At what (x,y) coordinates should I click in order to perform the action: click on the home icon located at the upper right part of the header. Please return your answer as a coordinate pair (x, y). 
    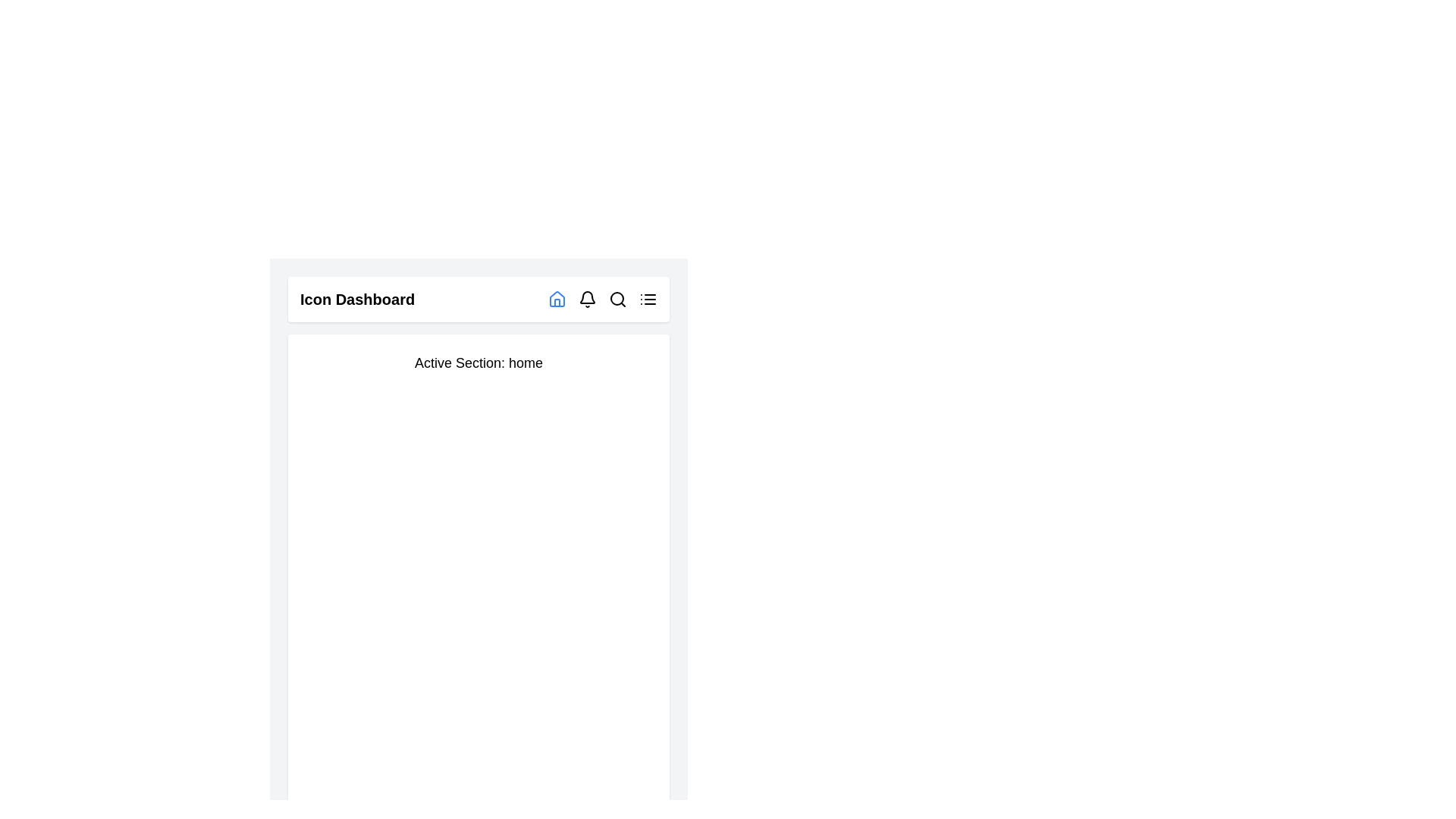
    Looking at the image, I should click on (556, 299).